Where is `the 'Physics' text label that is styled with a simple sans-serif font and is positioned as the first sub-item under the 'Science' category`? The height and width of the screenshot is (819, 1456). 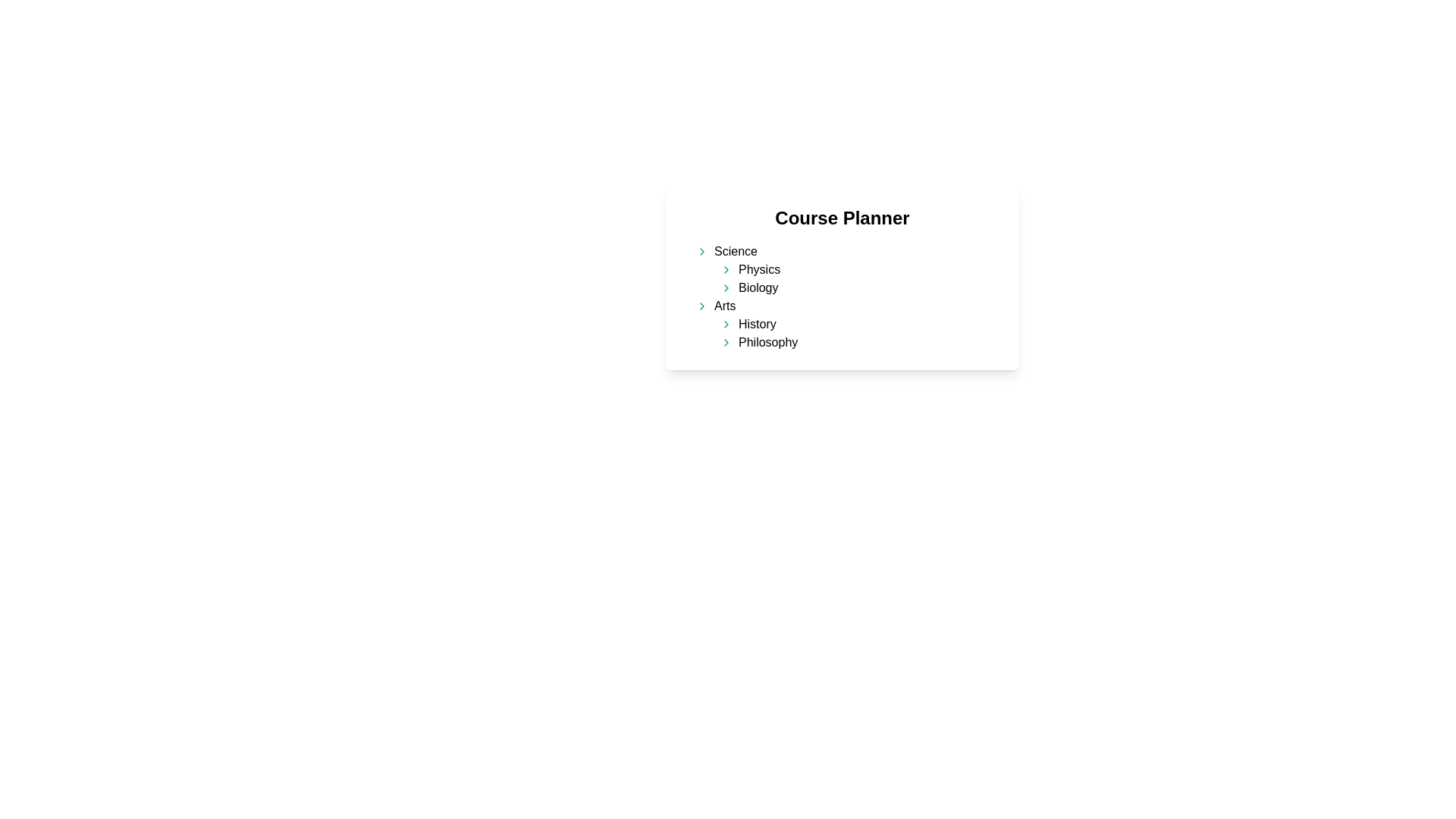
the 'Physics' text label that is styled with a simple sans-serif font and is positioned as the first sub-item under the 'Science' category is located at coordinates (759, 268).